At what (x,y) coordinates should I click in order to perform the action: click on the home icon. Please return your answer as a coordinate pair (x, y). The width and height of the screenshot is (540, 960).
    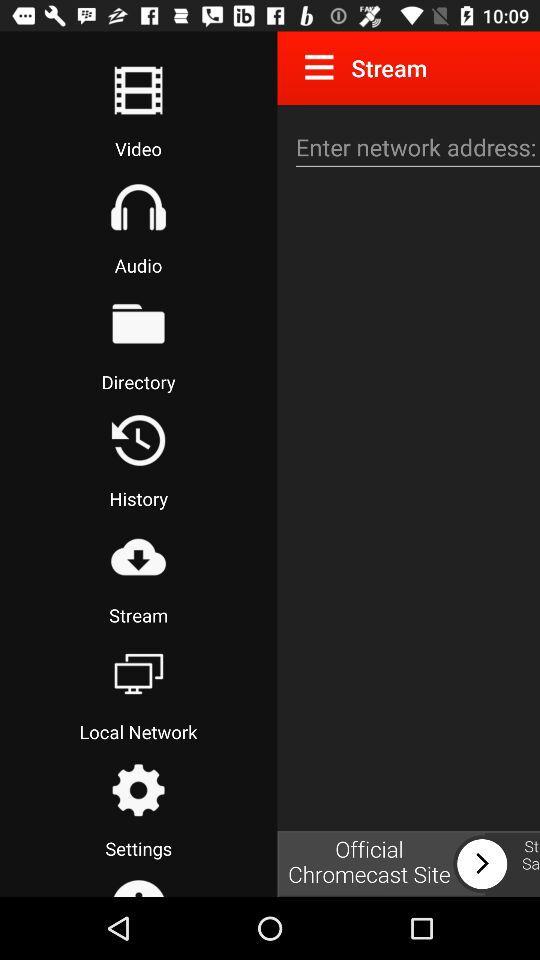
    Looking at the image, I should click on (137, 207).